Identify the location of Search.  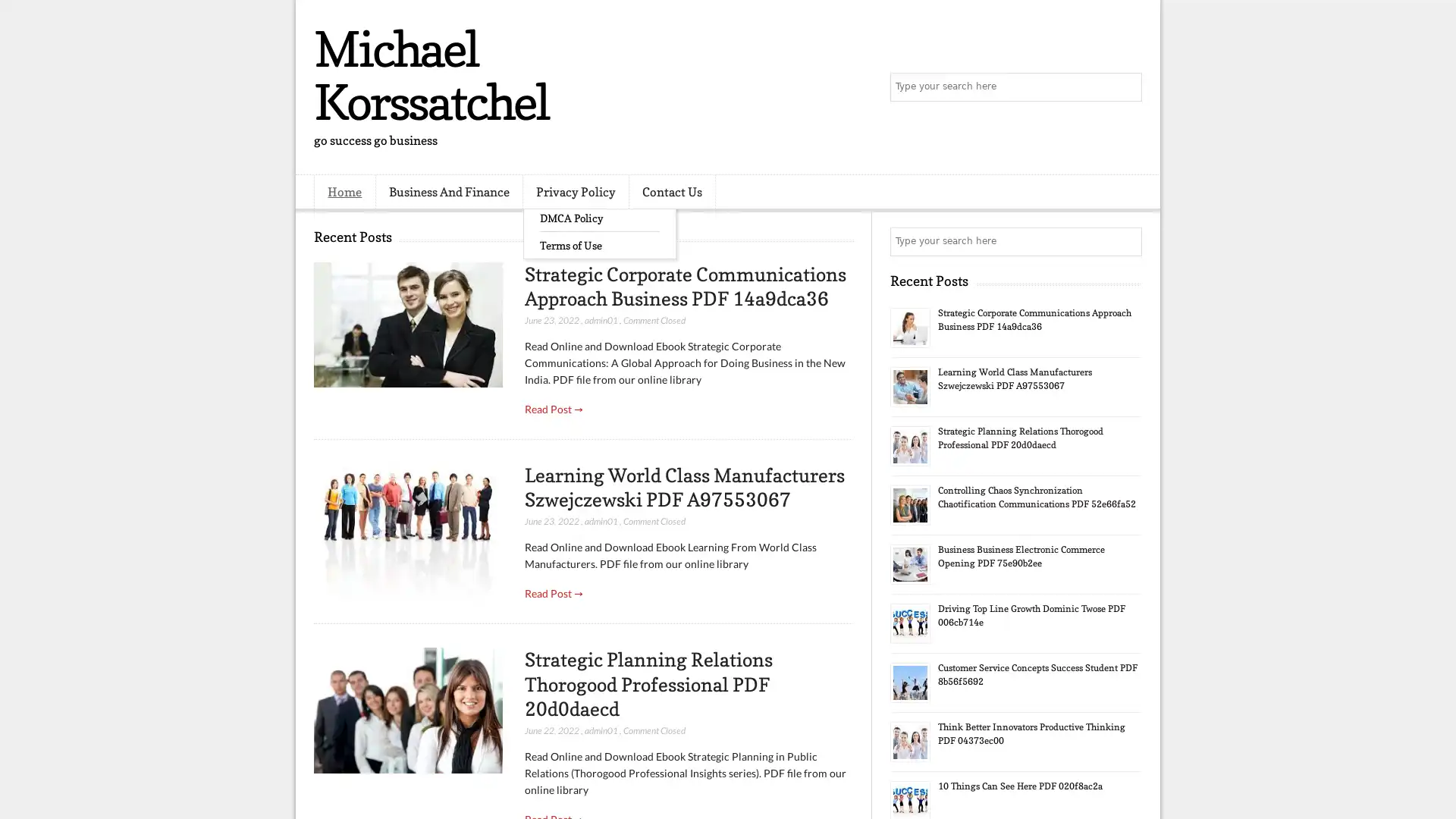
(1126, 87).